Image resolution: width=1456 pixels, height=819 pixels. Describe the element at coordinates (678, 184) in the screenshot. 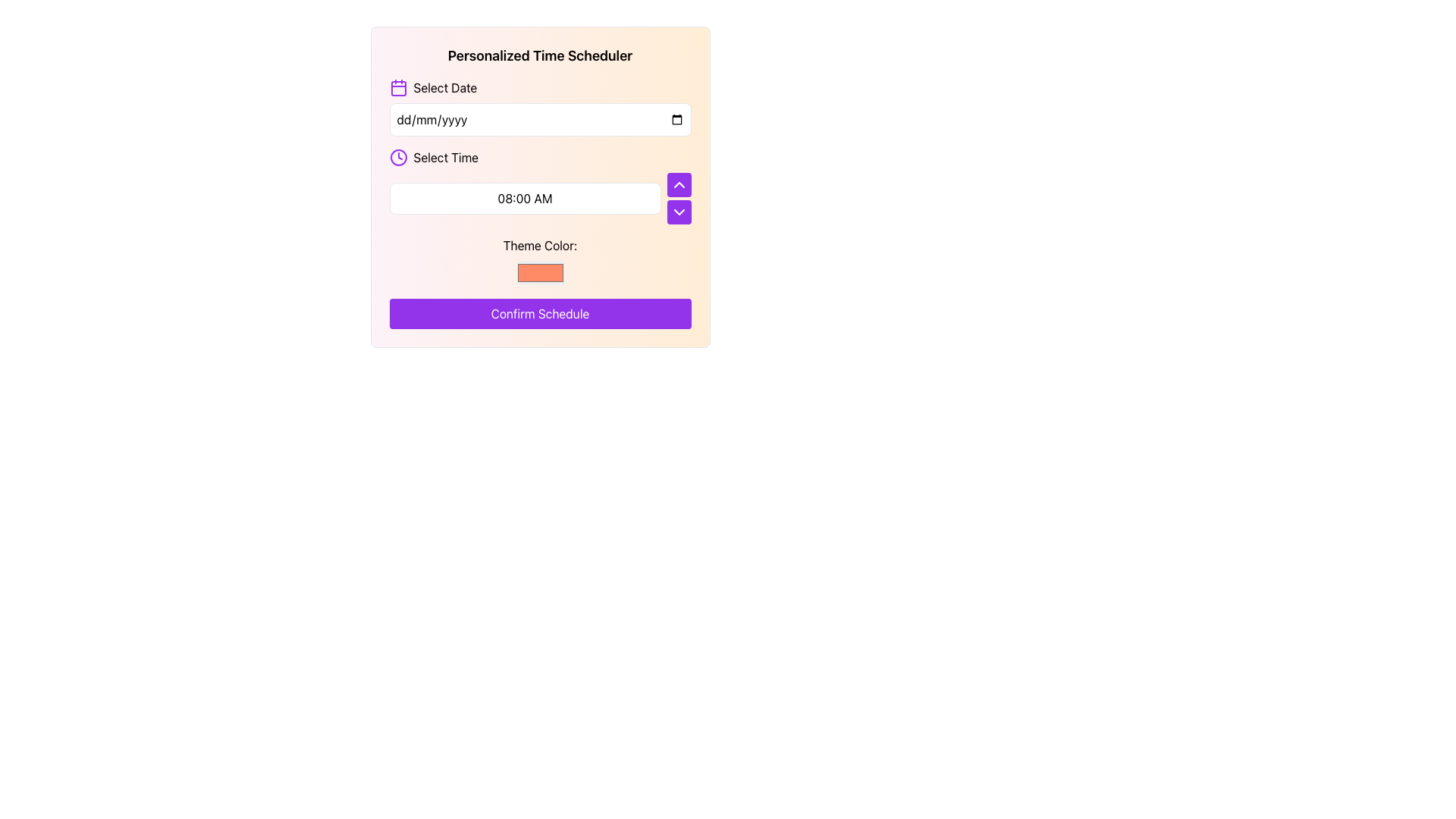

I see `the button with an icon located above the downward-pointing chevron button to adjust the time value upward` at that location.